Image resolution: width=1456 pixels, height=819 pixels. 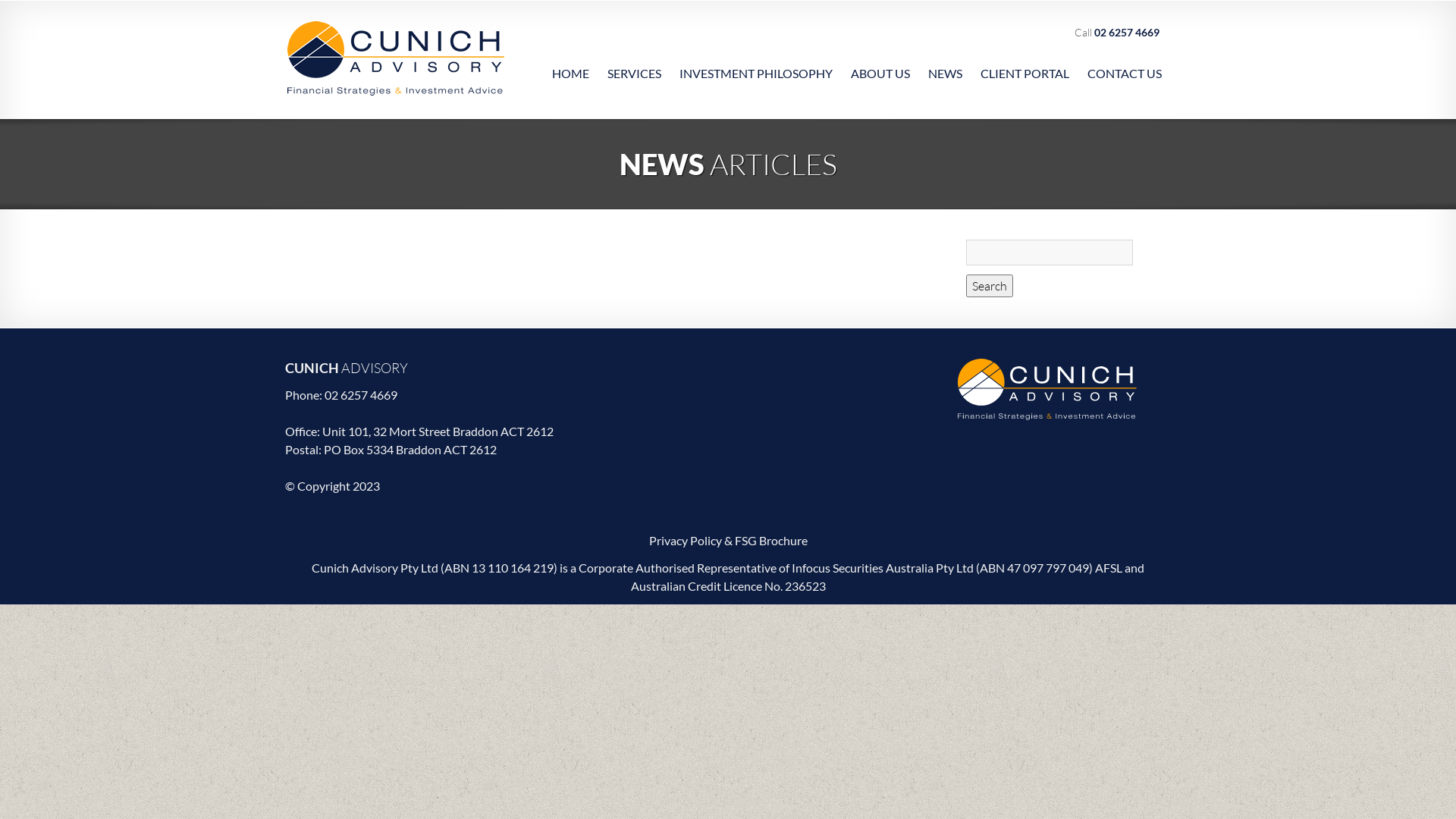 What do you see at coordinates (1025, 62) in the screenshot?
I see `'CLIENT PORTAL'` at bounding box center [1025, 62].